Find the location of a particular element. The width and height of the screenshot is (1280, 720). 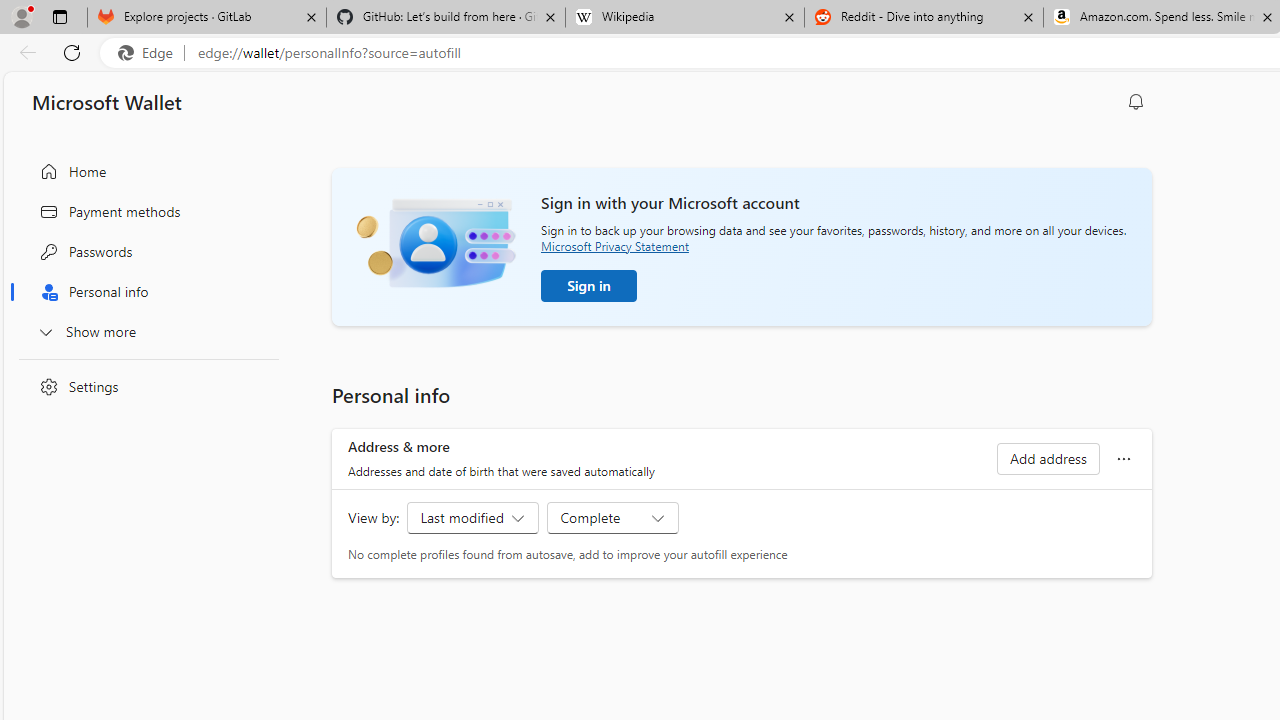

'Payment methods' is located at coordinates (143, 211).